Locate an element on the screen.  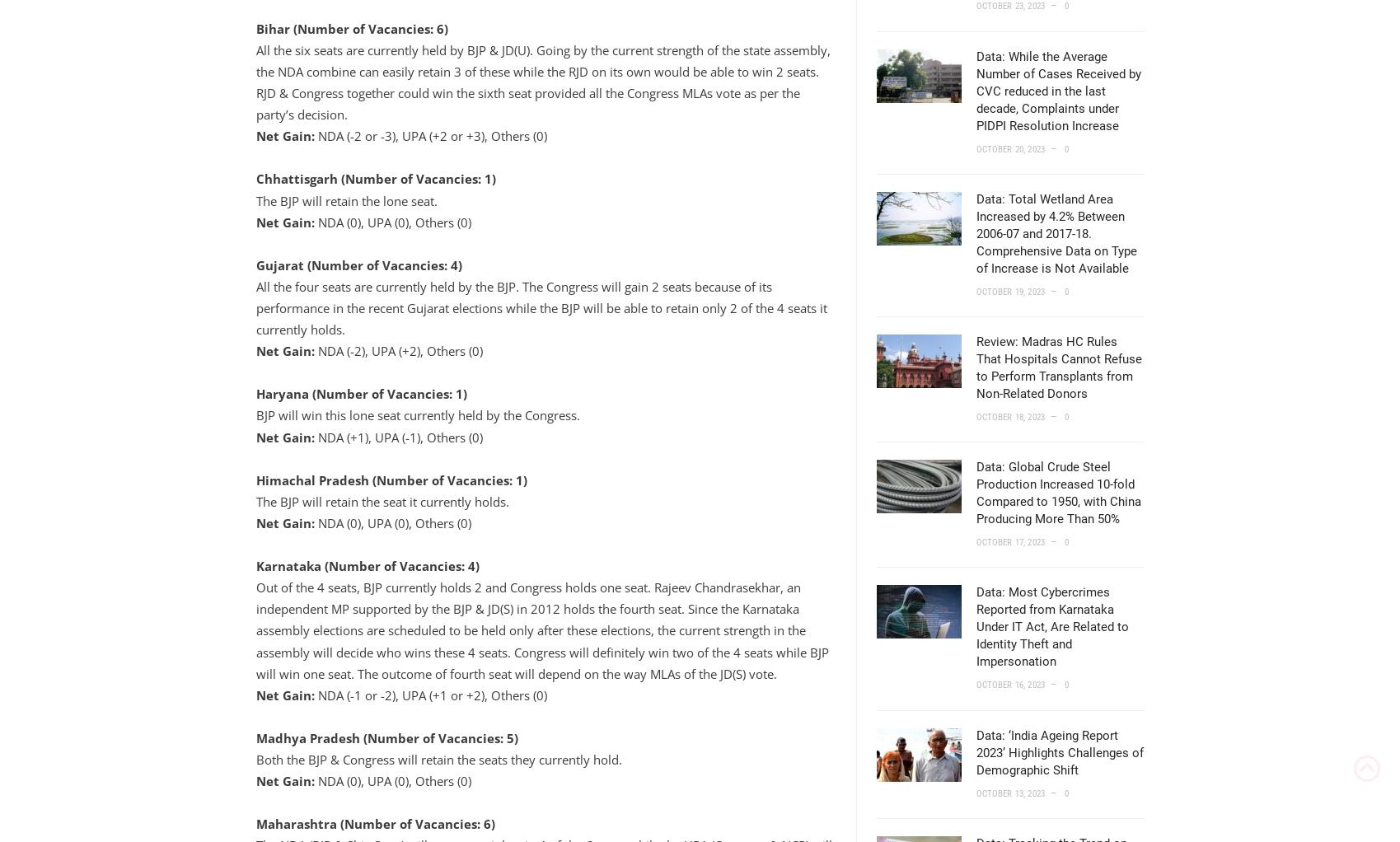
'Madhya Pradesh (Number of Vacancies: 5)' is located at coordinates (386, 736).